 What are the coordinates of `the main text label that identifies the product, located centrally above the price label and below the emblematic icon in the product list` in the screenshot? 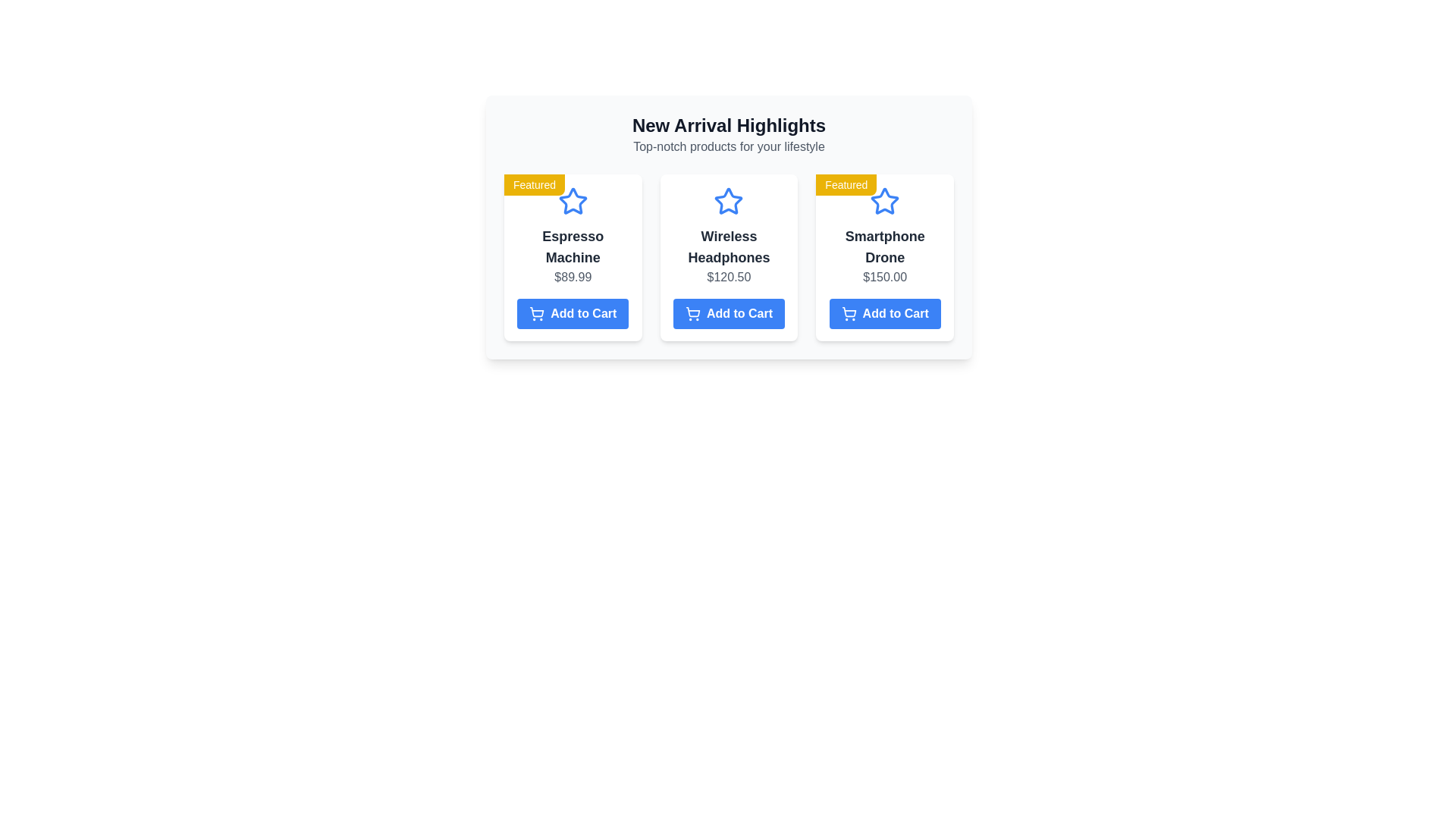 It's located at (572, 246).